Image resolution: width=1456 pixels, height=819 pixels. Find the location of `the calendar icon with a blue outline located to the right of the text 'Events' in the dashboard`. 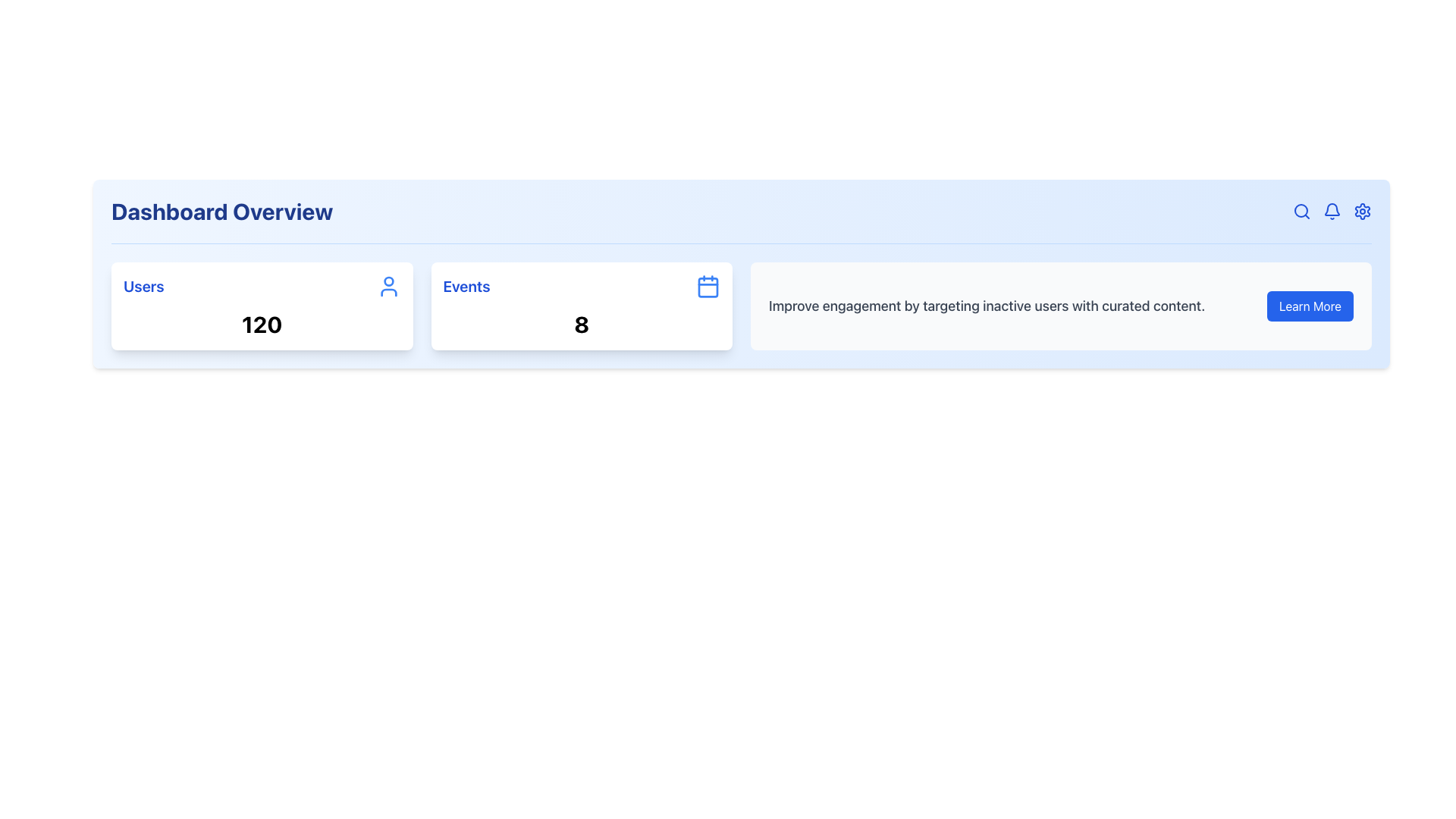

the calendar icon with a blue outline located to the right of the text 'Events' in the dashboard is located at coordinates (708, 287).